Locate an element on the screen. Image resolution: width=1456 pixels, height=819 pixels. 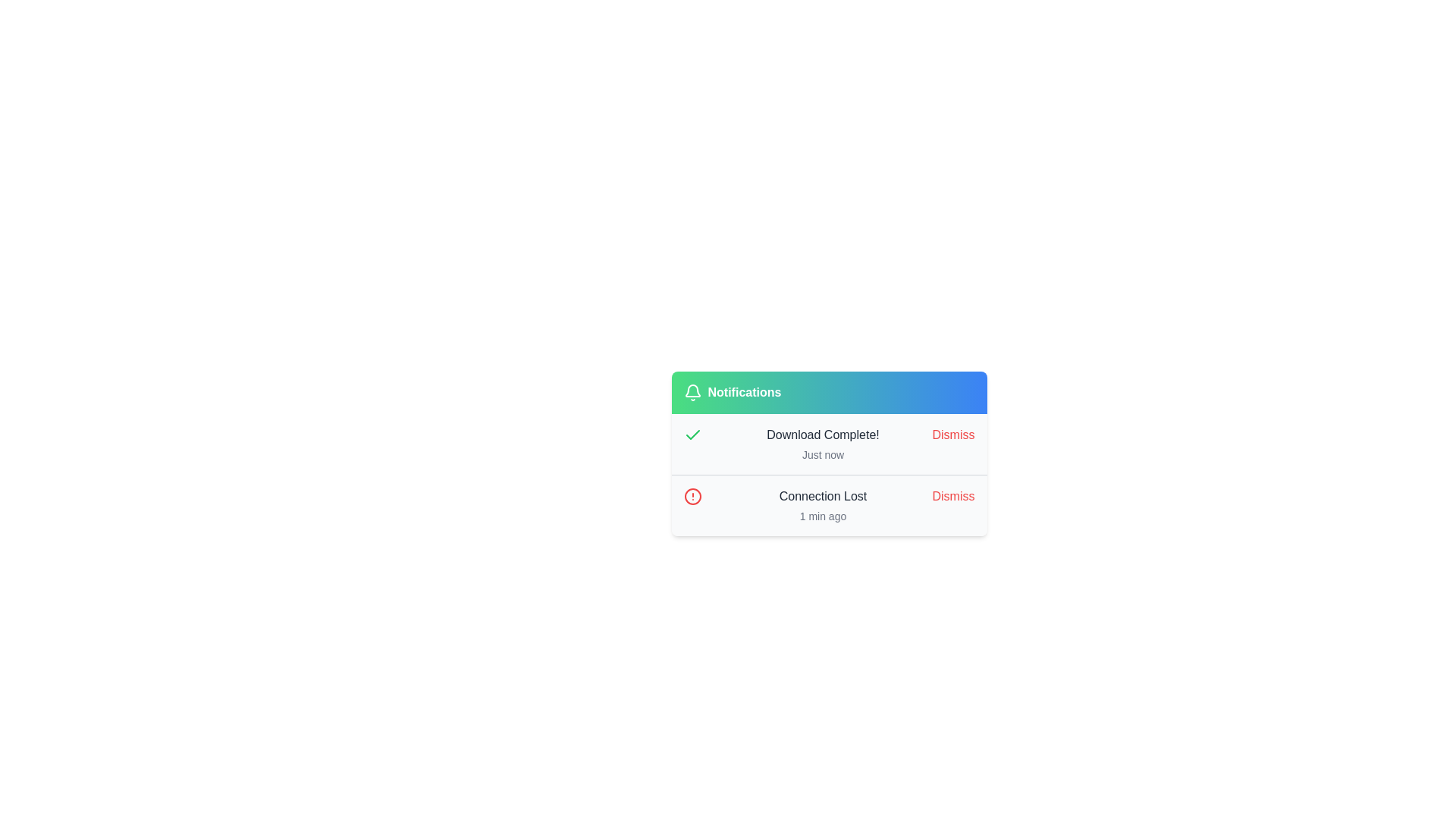
text label that indicates the notifications section, located centrally within the green-blue gradient header section of the notification panel, to the right of the bell icon is located at coordinates (744, 391).